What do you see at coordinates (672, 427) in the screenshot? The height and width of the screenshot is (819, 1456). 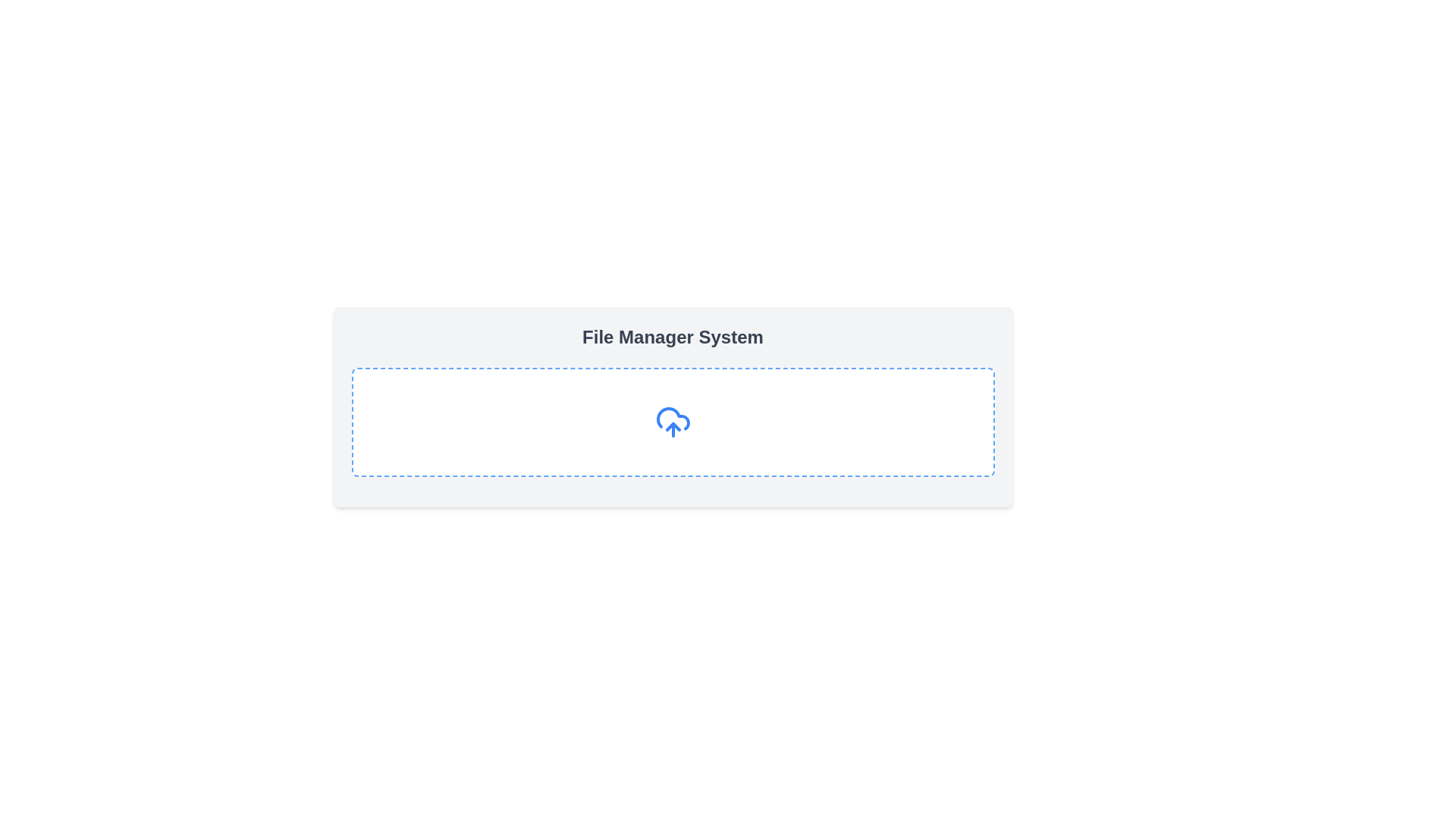 I see `the blue upward arrow within the cloud icon, which represents the upload operation in the 'File Manager System' section` at bounding box center [672, 427].